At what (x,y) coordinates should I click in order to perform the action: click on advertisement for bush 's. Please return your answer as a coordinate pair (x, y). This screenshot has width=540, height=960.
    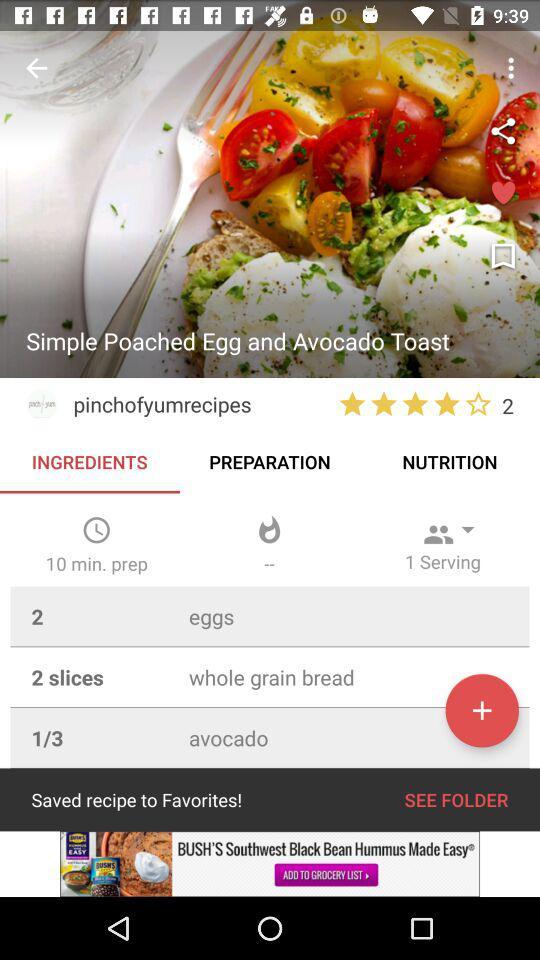
    Looking at the image, I should click on (270, 863).